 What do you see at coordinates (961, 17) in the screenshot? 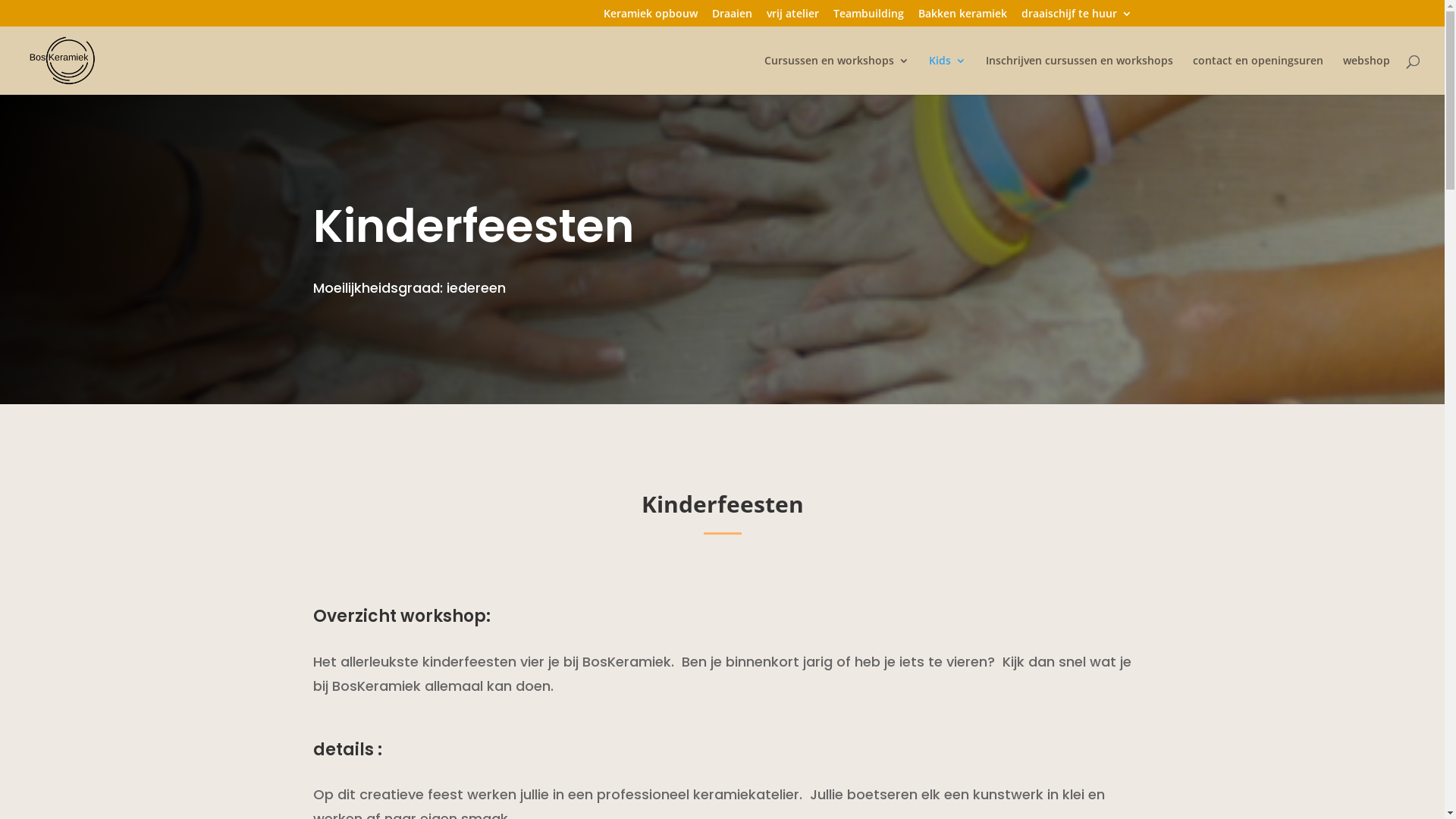
I see `'Bakken keramiek'` at bounding box center [961, 17].